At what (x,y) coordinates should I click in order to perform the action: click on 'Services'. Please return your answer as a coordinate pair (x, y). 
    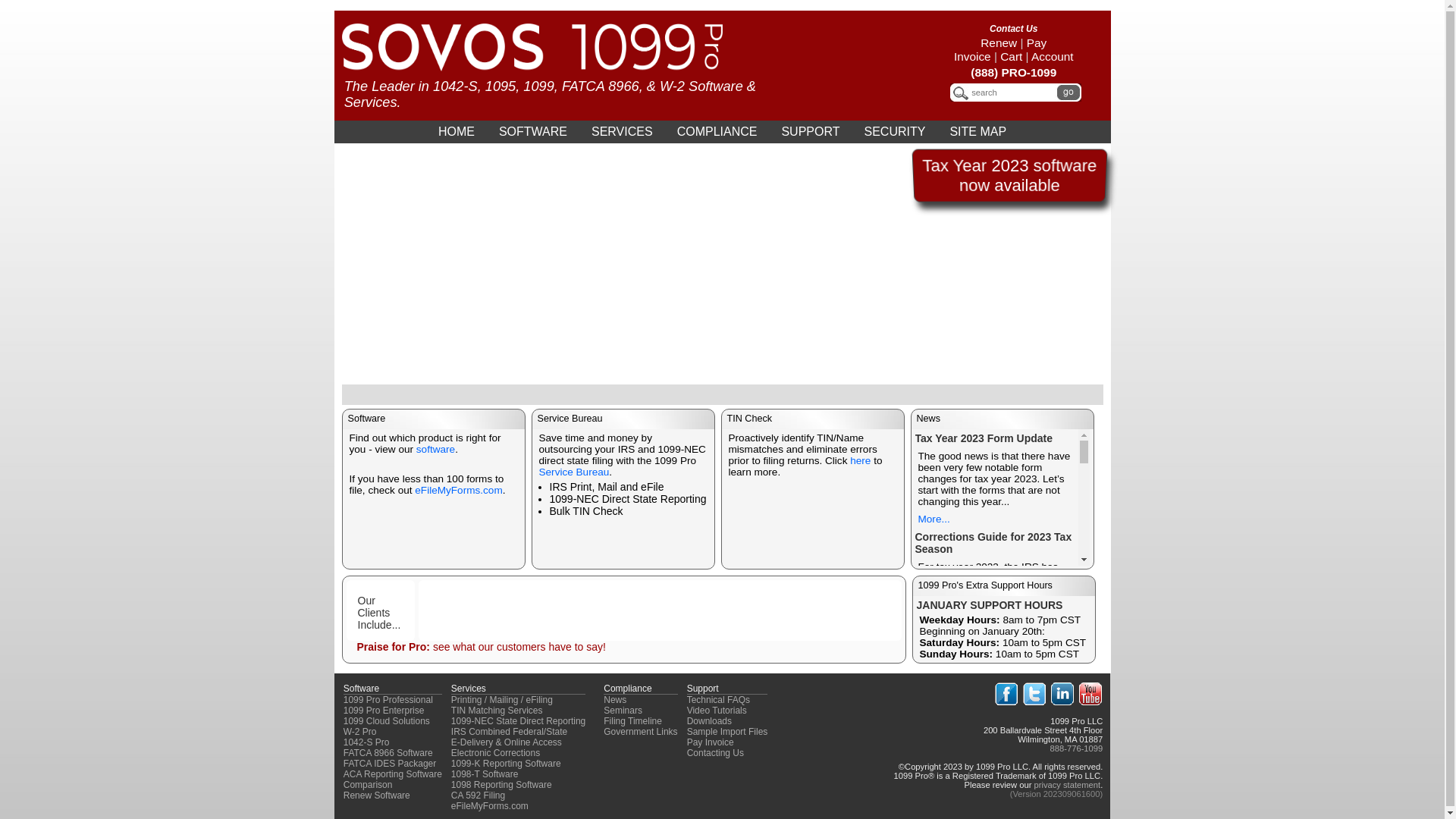
    Looking at the image, I should click on (468, 688).